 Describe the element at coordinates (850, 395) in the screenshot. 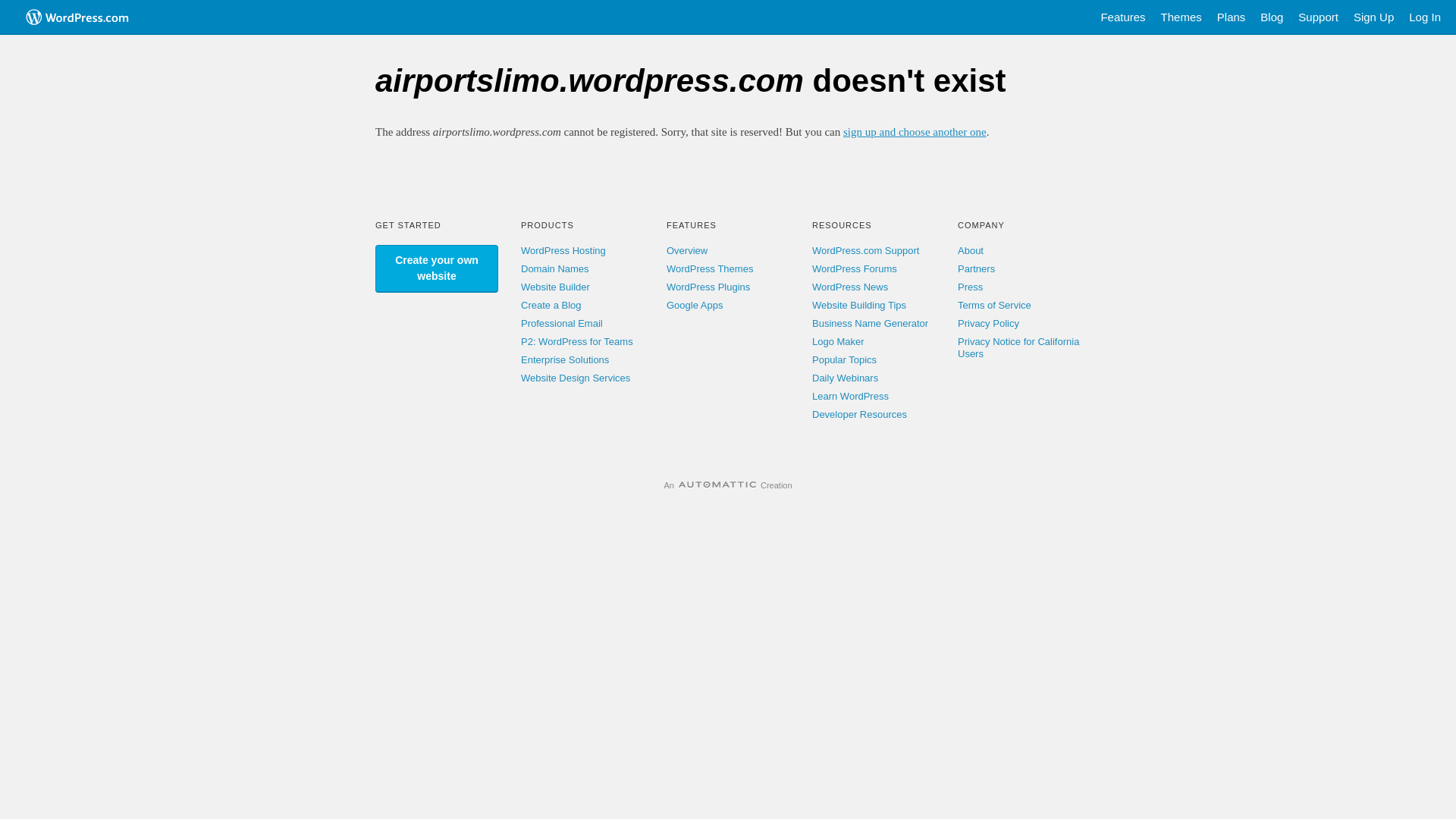

I see `'Learn WordPress'` at that location.